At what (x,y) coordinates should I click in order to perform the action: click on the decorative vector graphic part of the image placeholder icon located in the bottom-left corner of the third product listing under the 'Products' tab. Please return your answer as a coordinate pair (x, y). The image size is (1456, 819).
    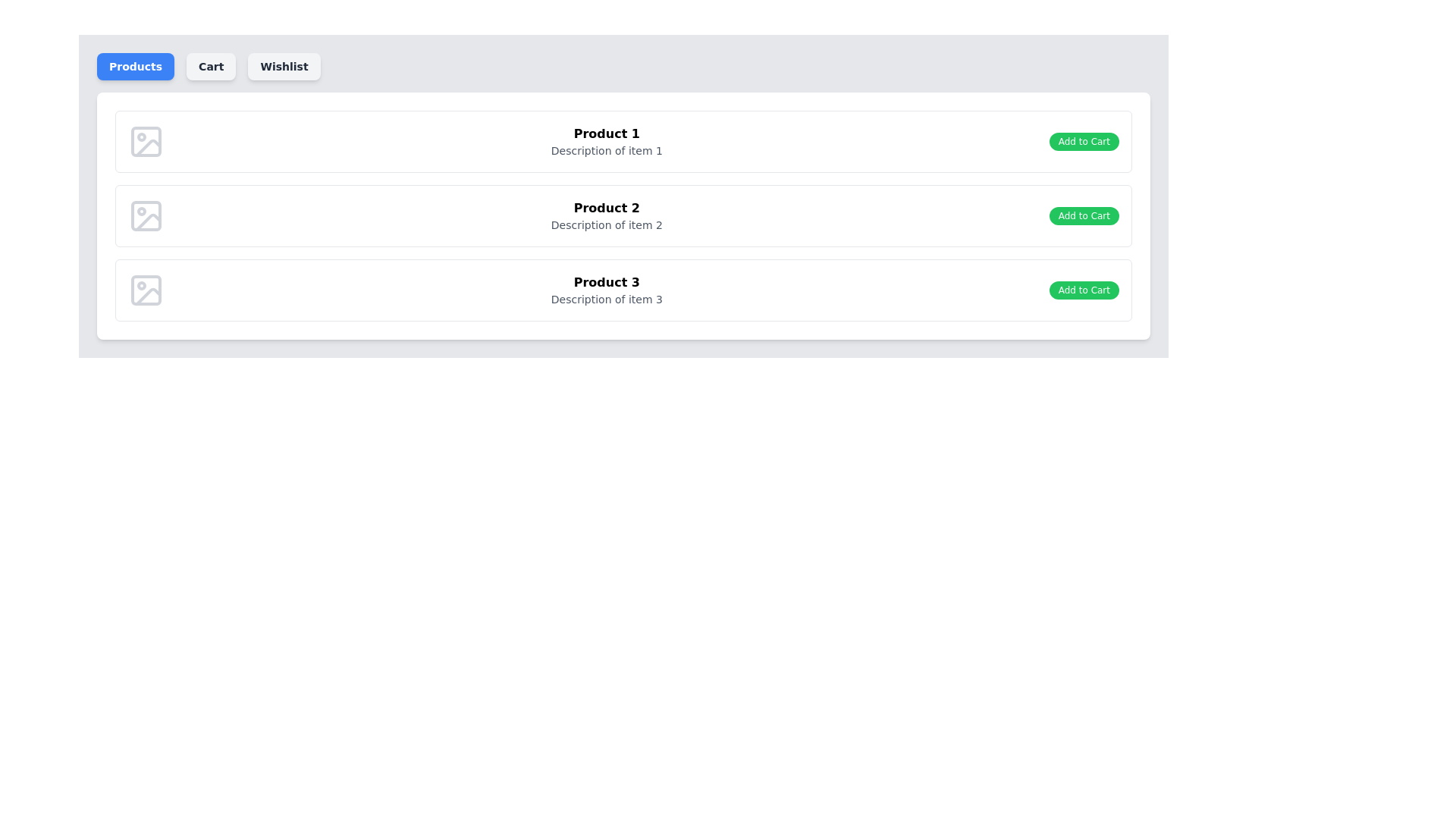
    Looking at the image, I should click on (149, 296).